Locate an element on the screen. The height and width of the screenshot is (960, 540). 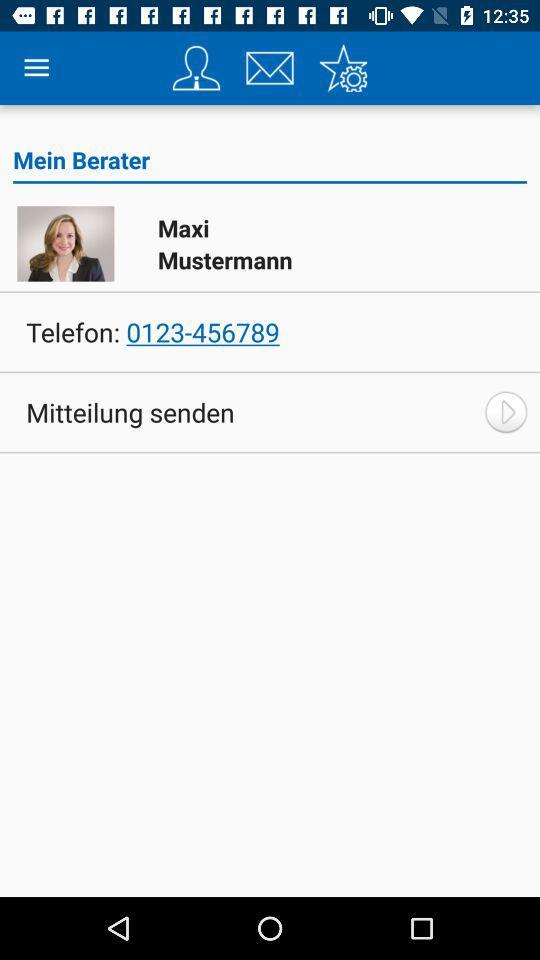
contacts is located at coordinates (196, 68).